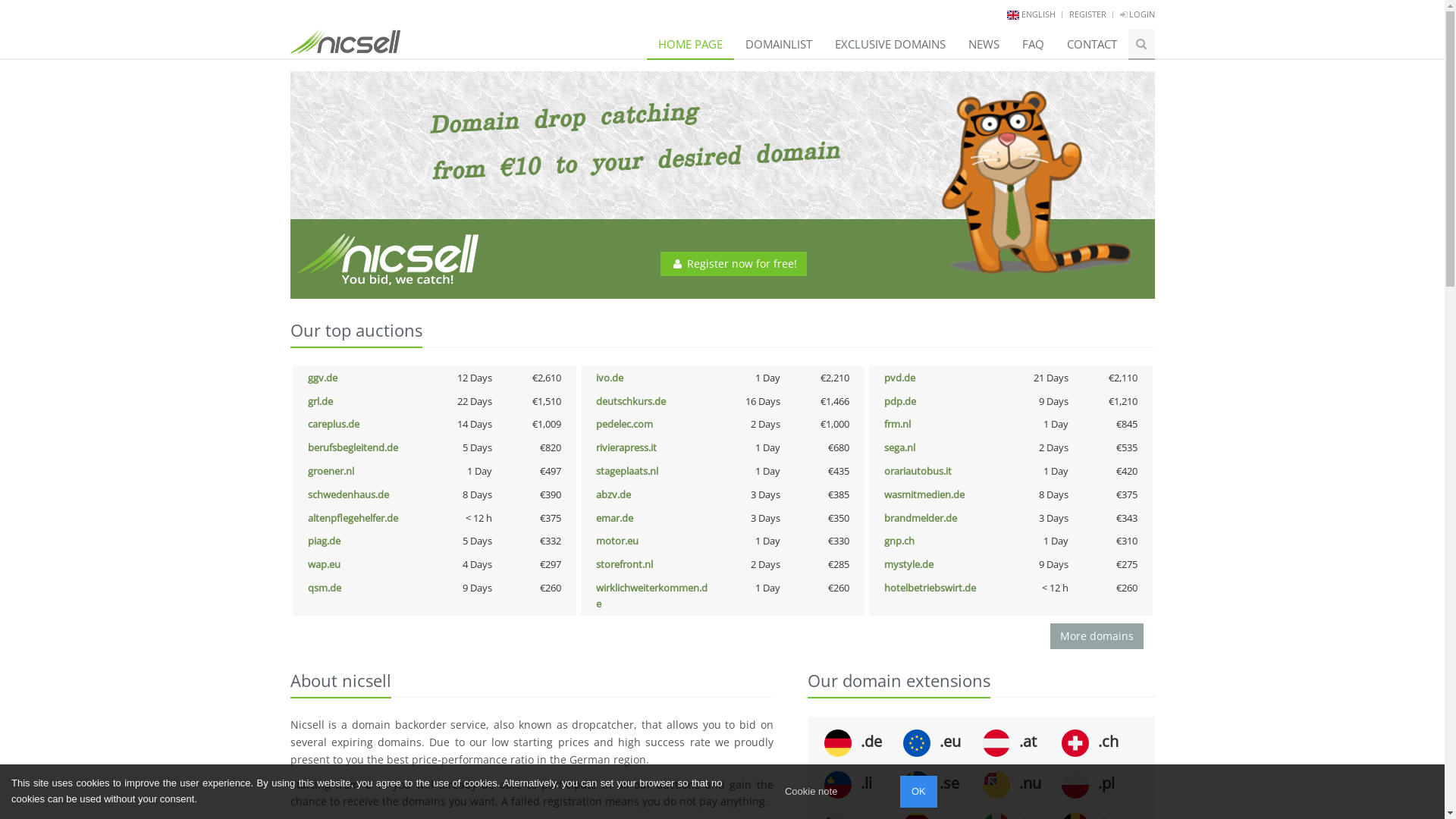 The height and width of the screenshot is (819, 1456). Describe the element at coordinates (352, 516) in the screenshot. I see `'altenpflegehelfer.de'` at that location.